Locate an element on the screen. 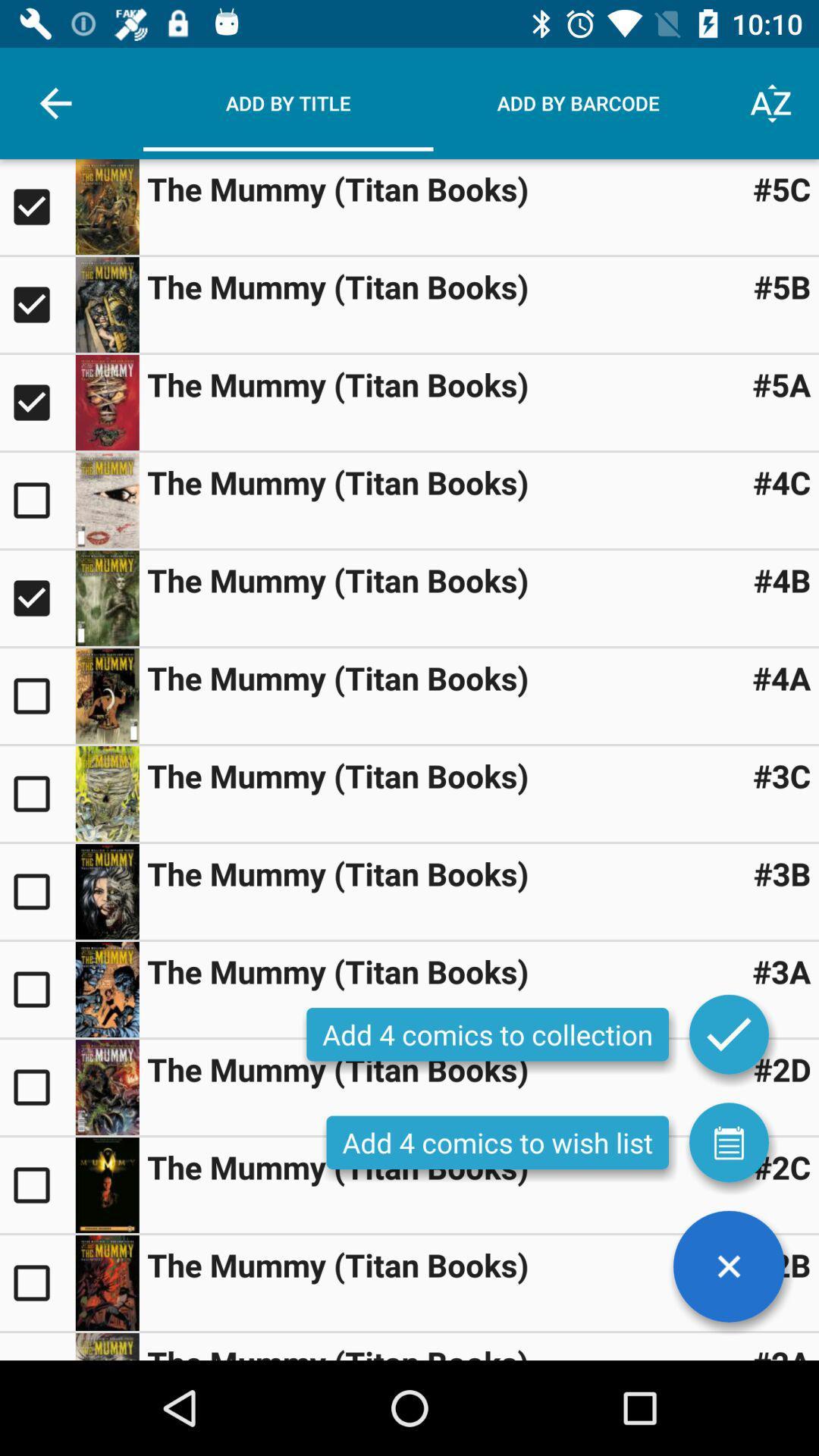 This screenshot has width=819, height=1456. comic selection is located at coordinates (36, 206).